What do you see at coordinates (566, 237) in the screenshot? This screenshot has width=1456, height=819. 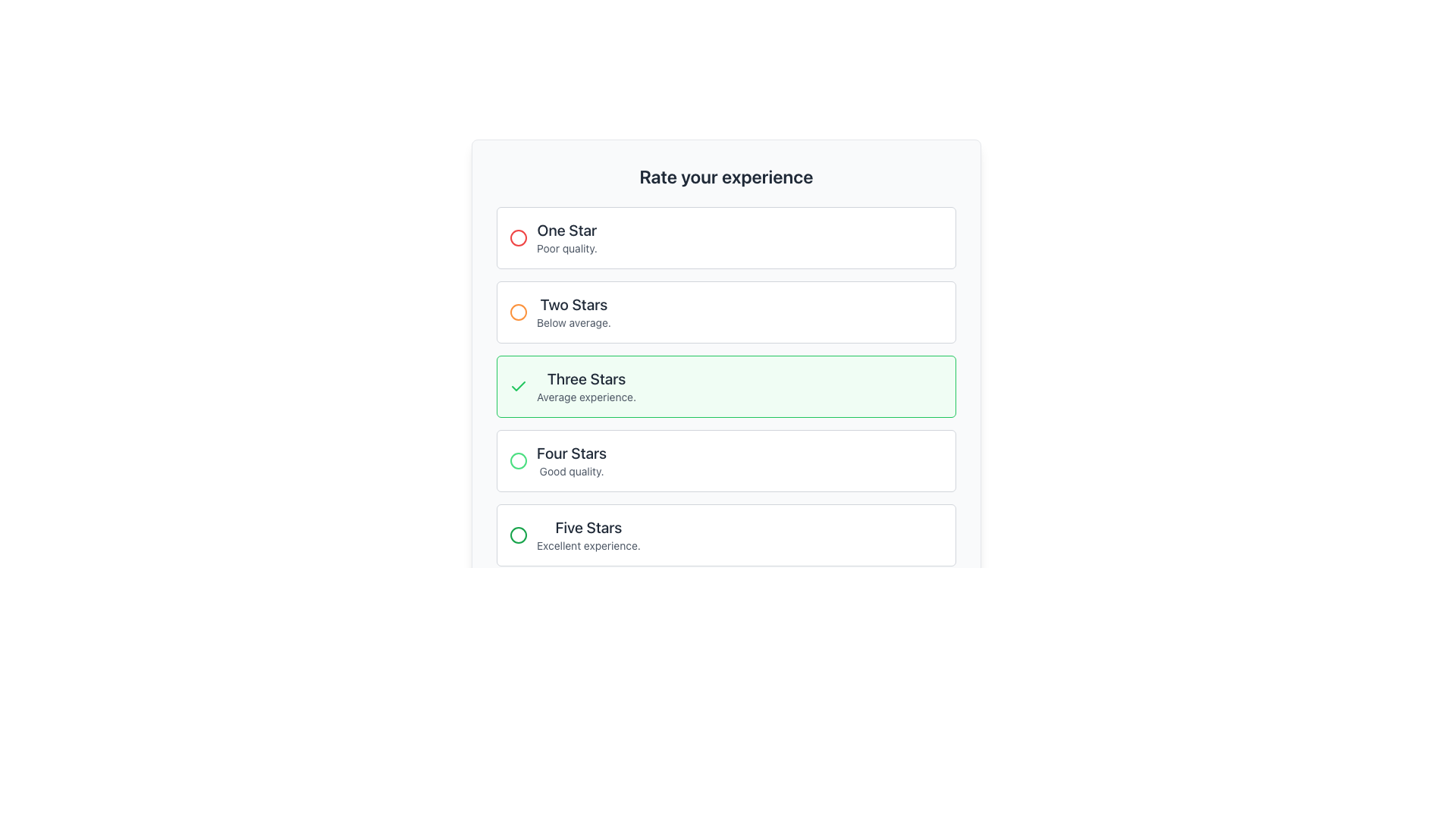 I see `the 'One Star' text block that describes it as 'Poor quality' to trigger the tooltip or interaction` at bounding box center [566, 237].